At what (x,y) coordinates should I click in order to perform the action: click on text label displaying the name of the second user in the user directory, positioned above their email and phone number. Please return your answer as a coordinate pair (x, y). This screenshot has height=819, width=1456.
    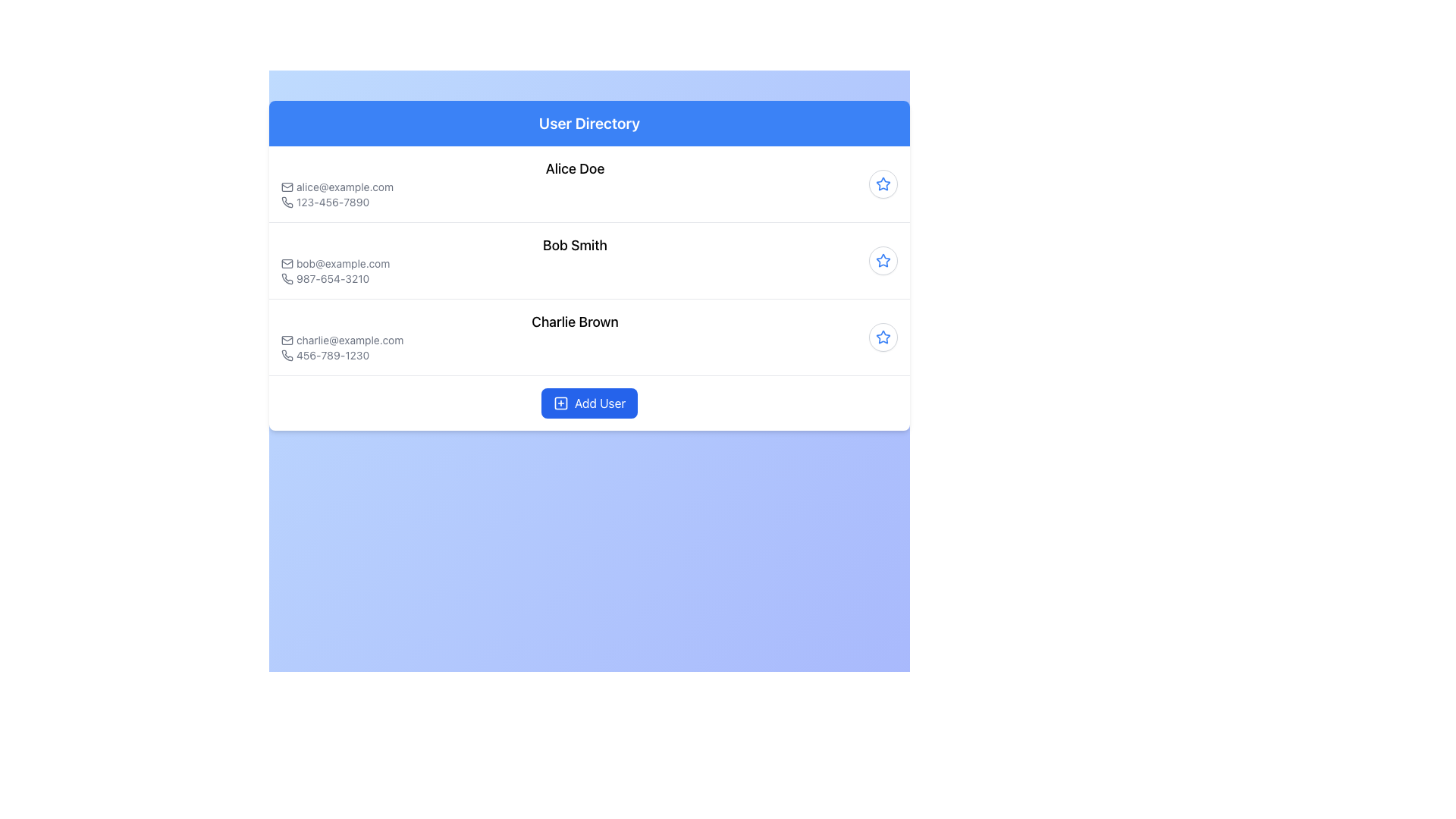
    Looking at the image, I should click on (574, 245).